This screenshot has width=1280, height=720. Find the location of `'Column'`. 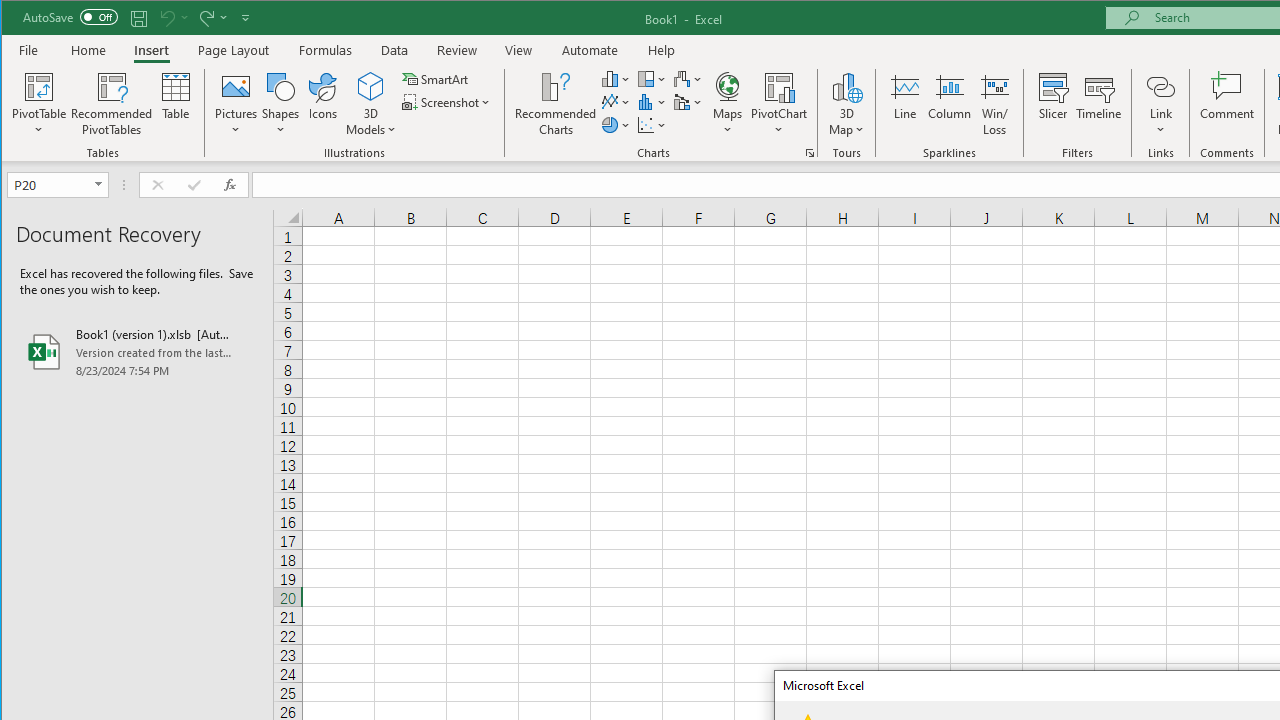

'Column' is located at coordinates (948, 104).